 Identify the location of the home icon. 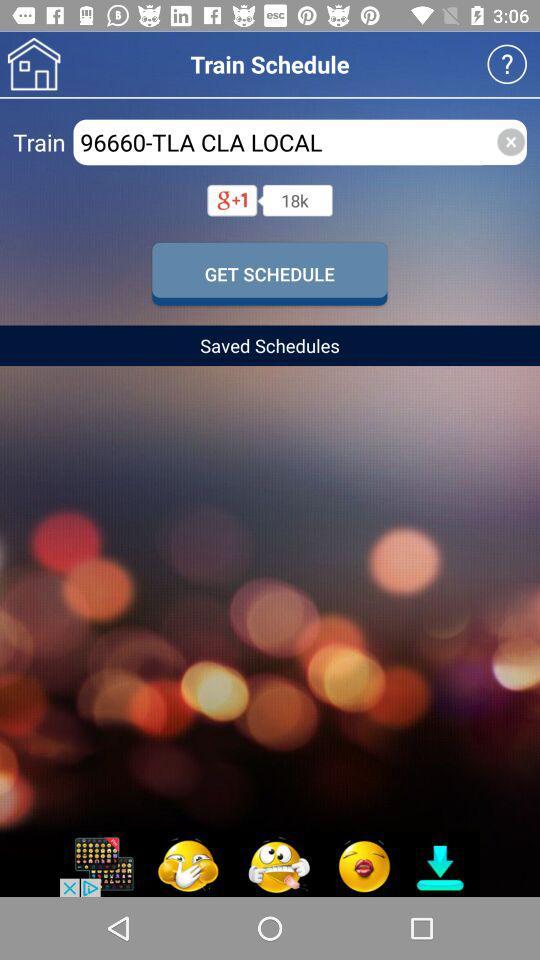
(33, 64).